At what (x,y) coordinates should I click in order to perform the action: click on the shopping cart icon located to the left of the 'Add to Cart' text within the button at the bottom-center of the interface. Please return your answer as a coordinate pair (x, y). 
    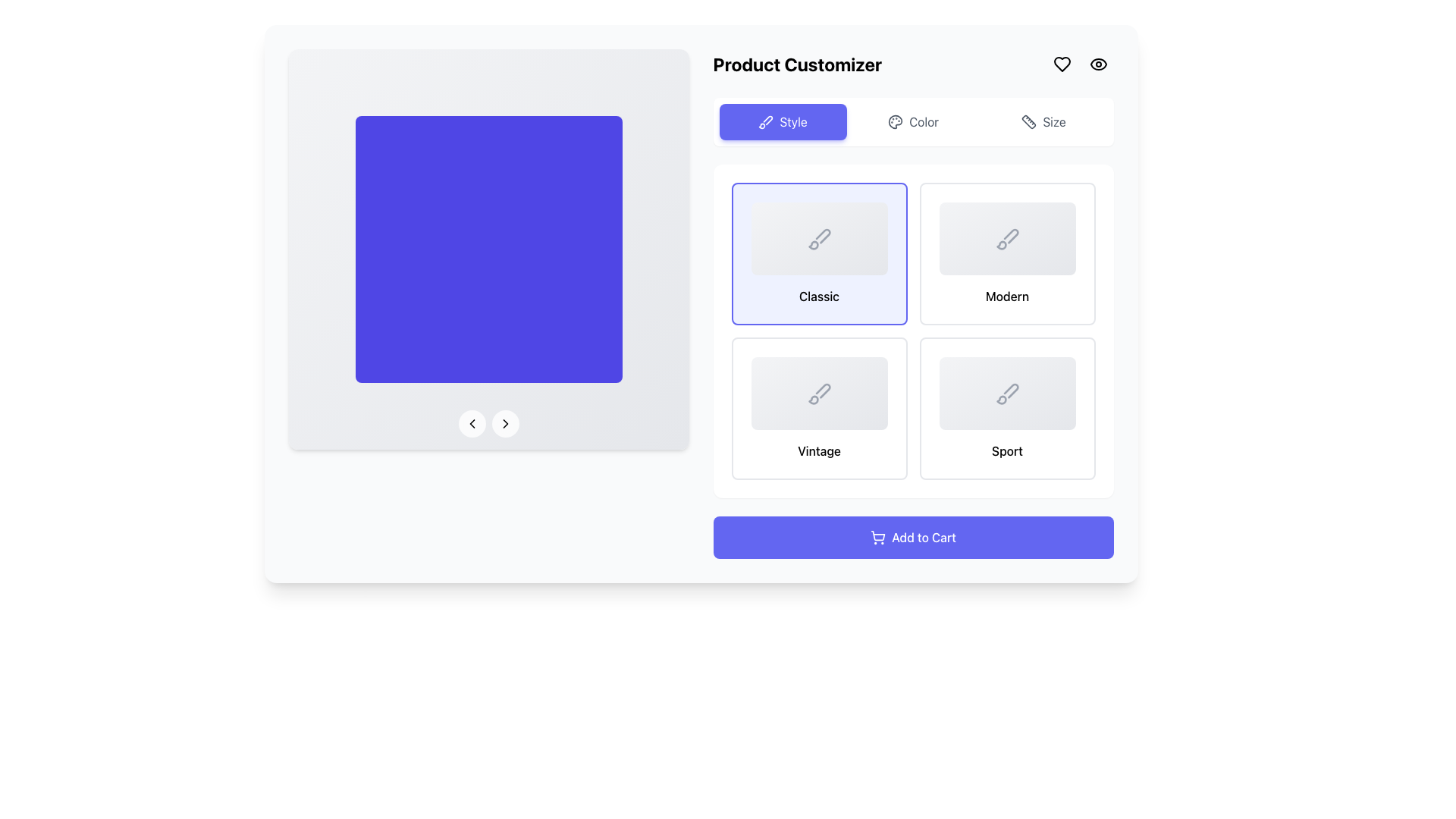
    Looking at the image, I should click on (878, 537).